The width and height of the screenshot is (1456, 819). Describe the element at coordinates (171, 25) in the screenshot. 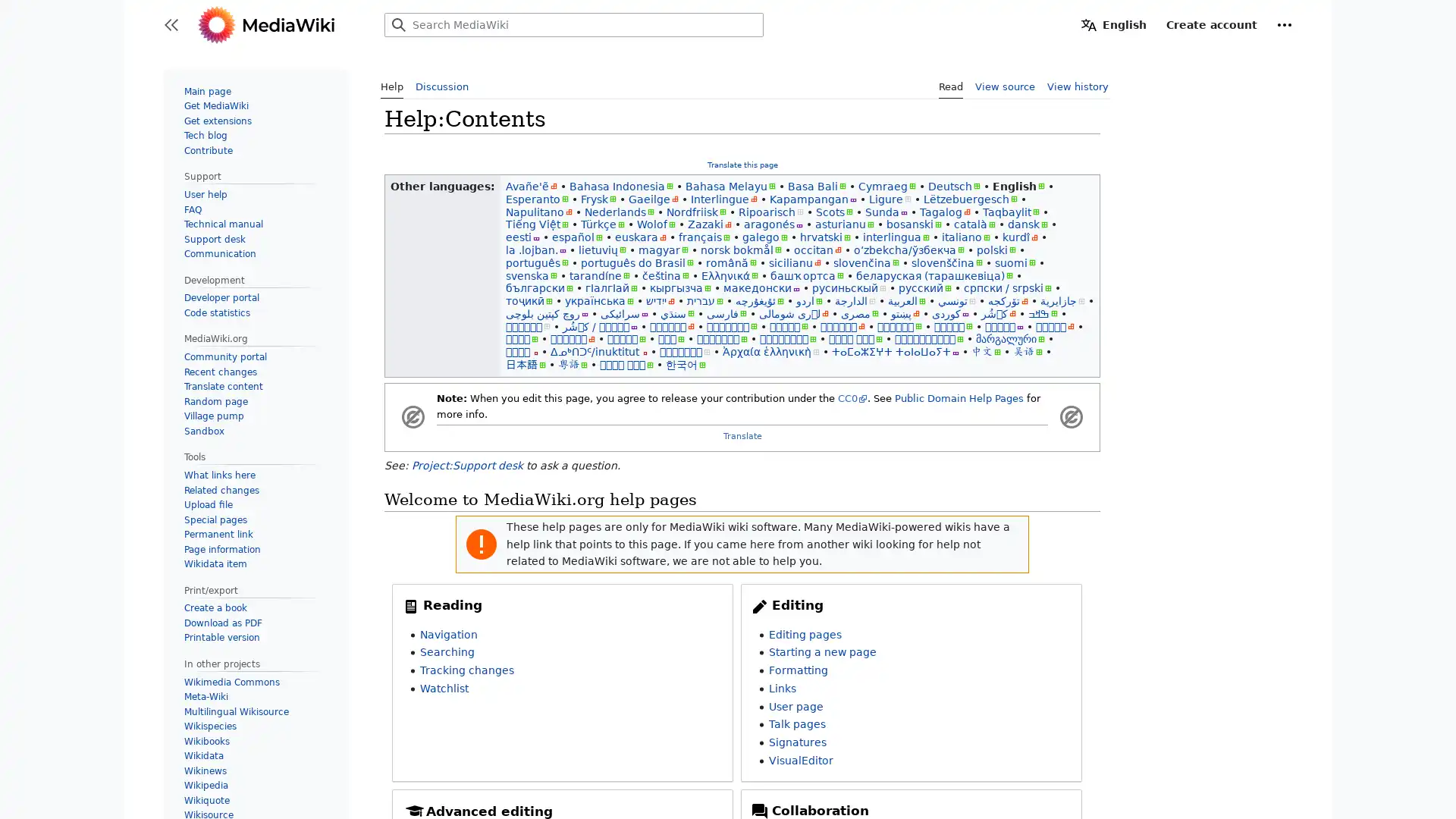

I see `Toggle sidebar` at that location.